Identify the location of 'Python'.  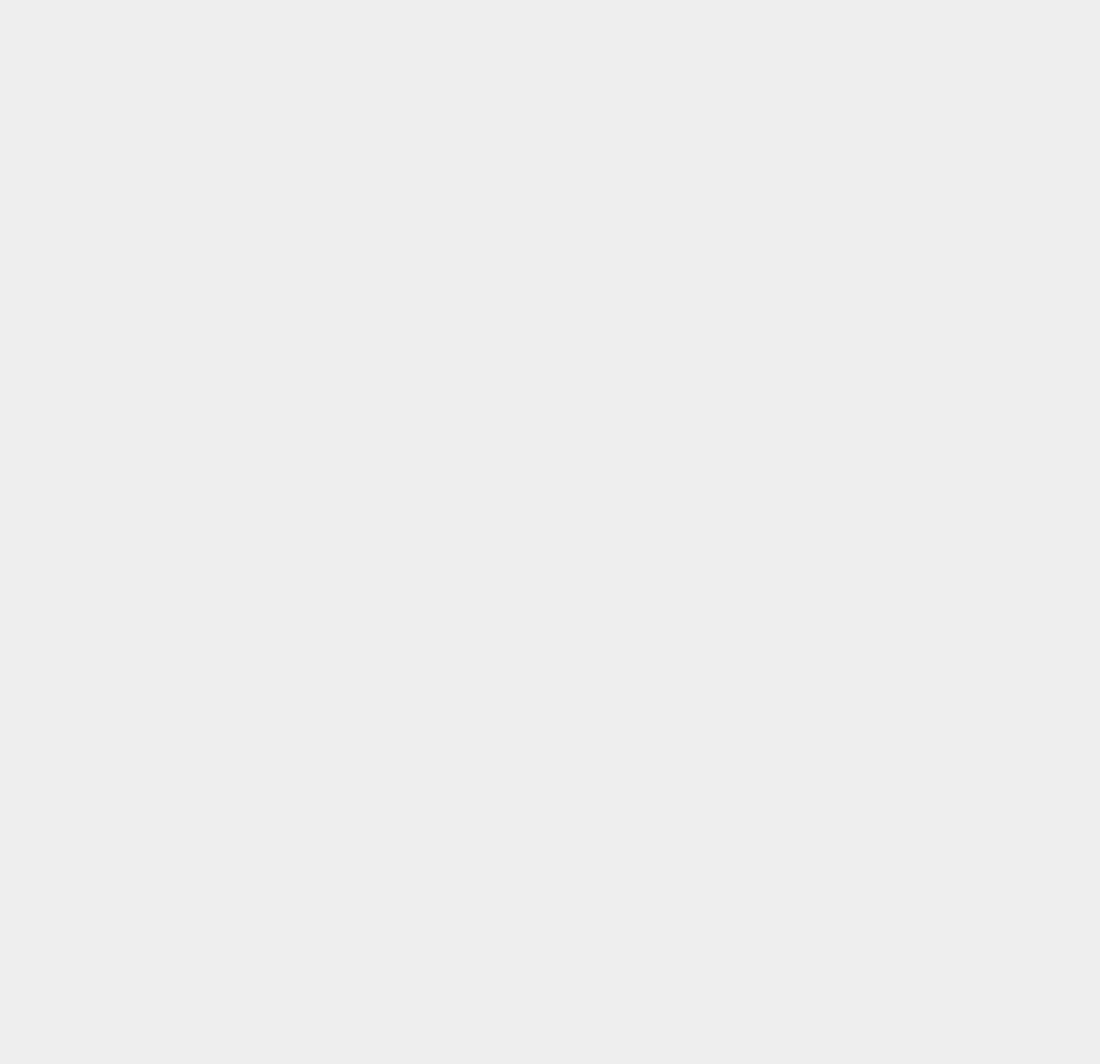
(800, 845).